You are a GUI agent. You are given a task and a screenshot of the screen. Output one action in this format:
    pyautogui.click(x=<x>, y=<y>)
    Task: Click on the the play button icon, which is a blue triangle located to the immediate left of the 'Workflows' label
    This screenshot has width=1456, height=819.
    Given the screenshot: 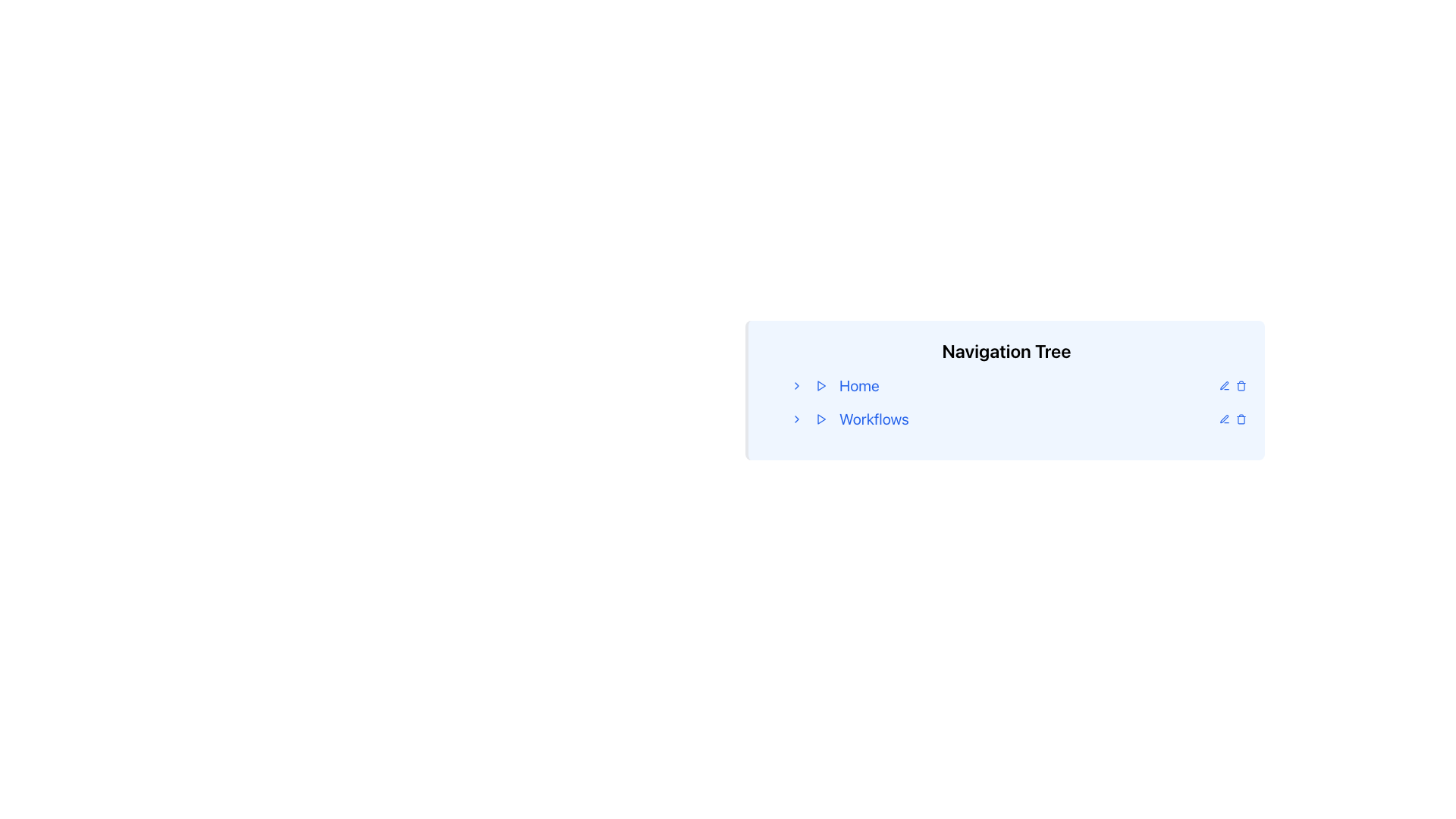 What is the action you would take?
    pyautogui.click(x=821, y=419)
    